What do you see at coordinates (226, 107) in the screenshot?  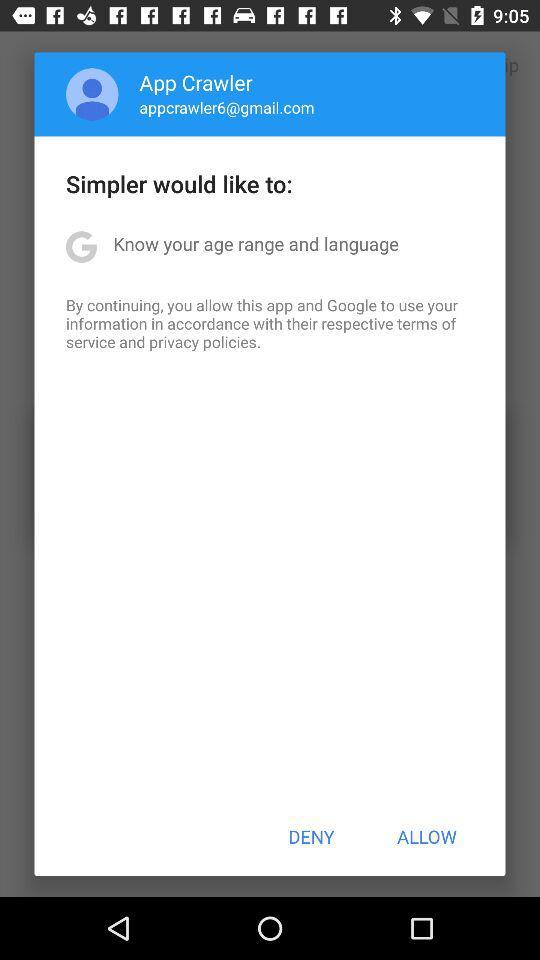 I see `item below the app crawler` at bounding box center [226, 107].